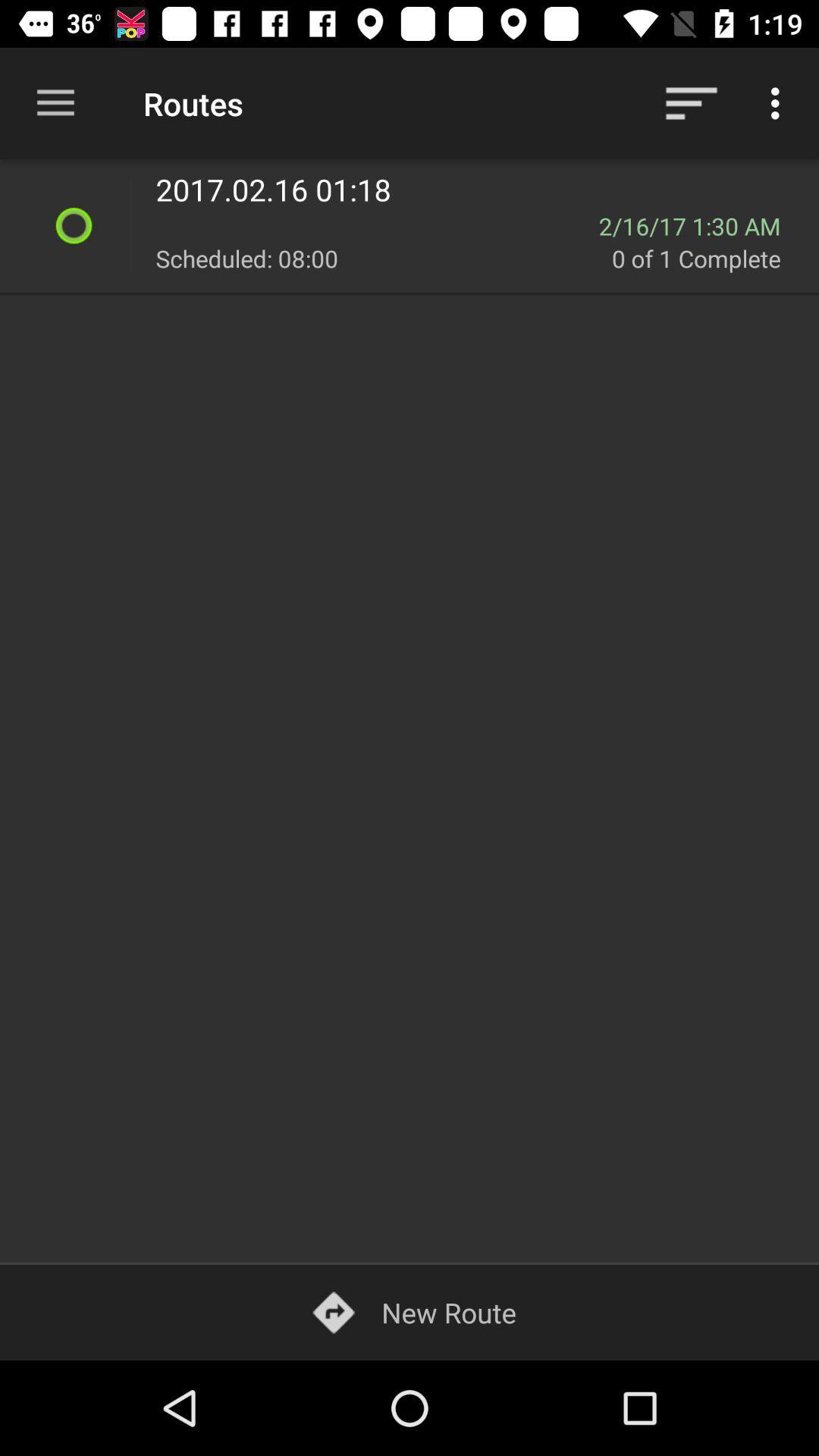  Describe the element at coordinates (383, 258) in the screenshot. I see `the item to the left of 0 of 1` at that location.